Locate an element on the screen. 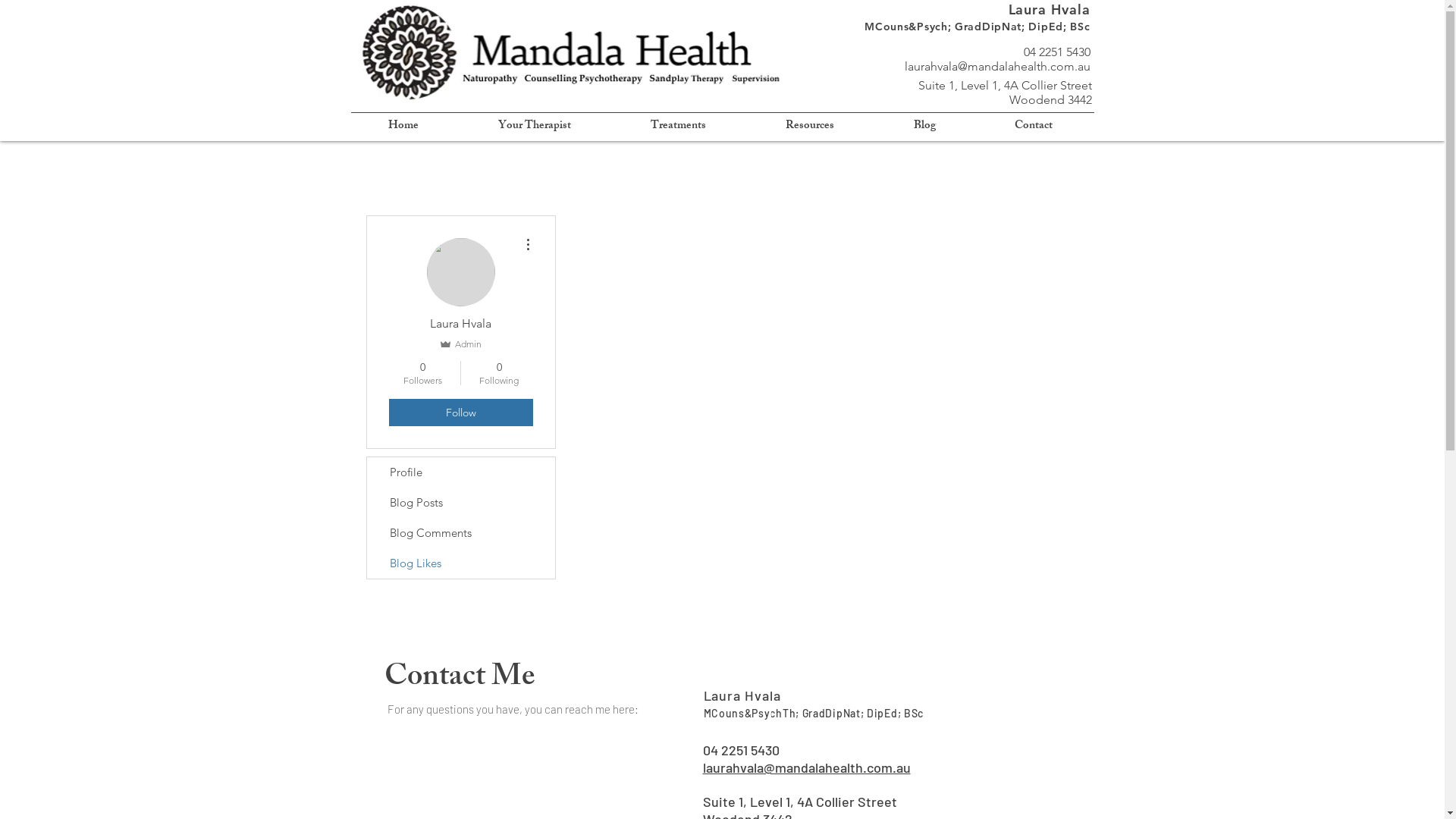  'Resources' is located at coordinates (809, 125).